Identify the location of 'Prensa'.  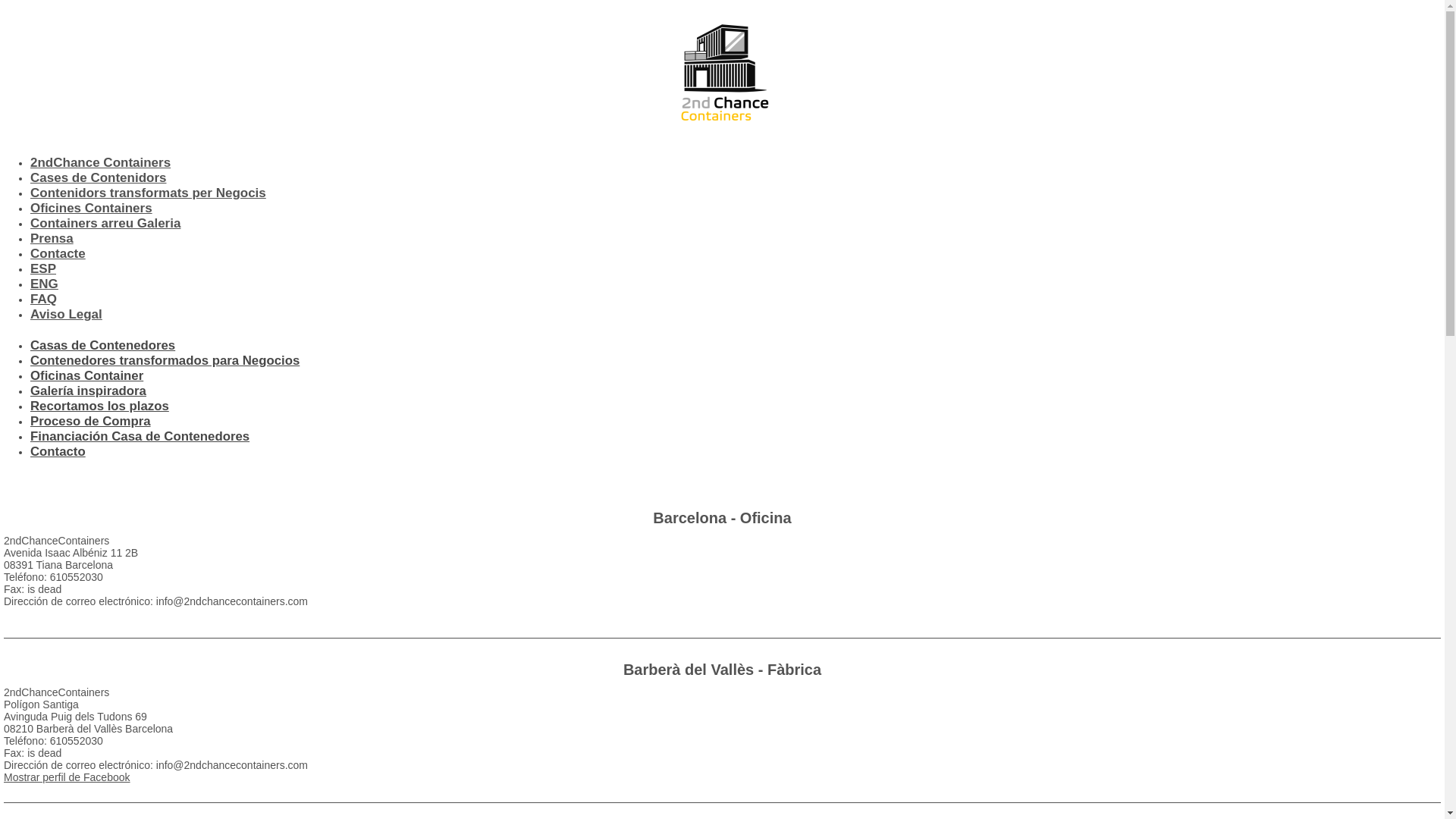
(52, 238).